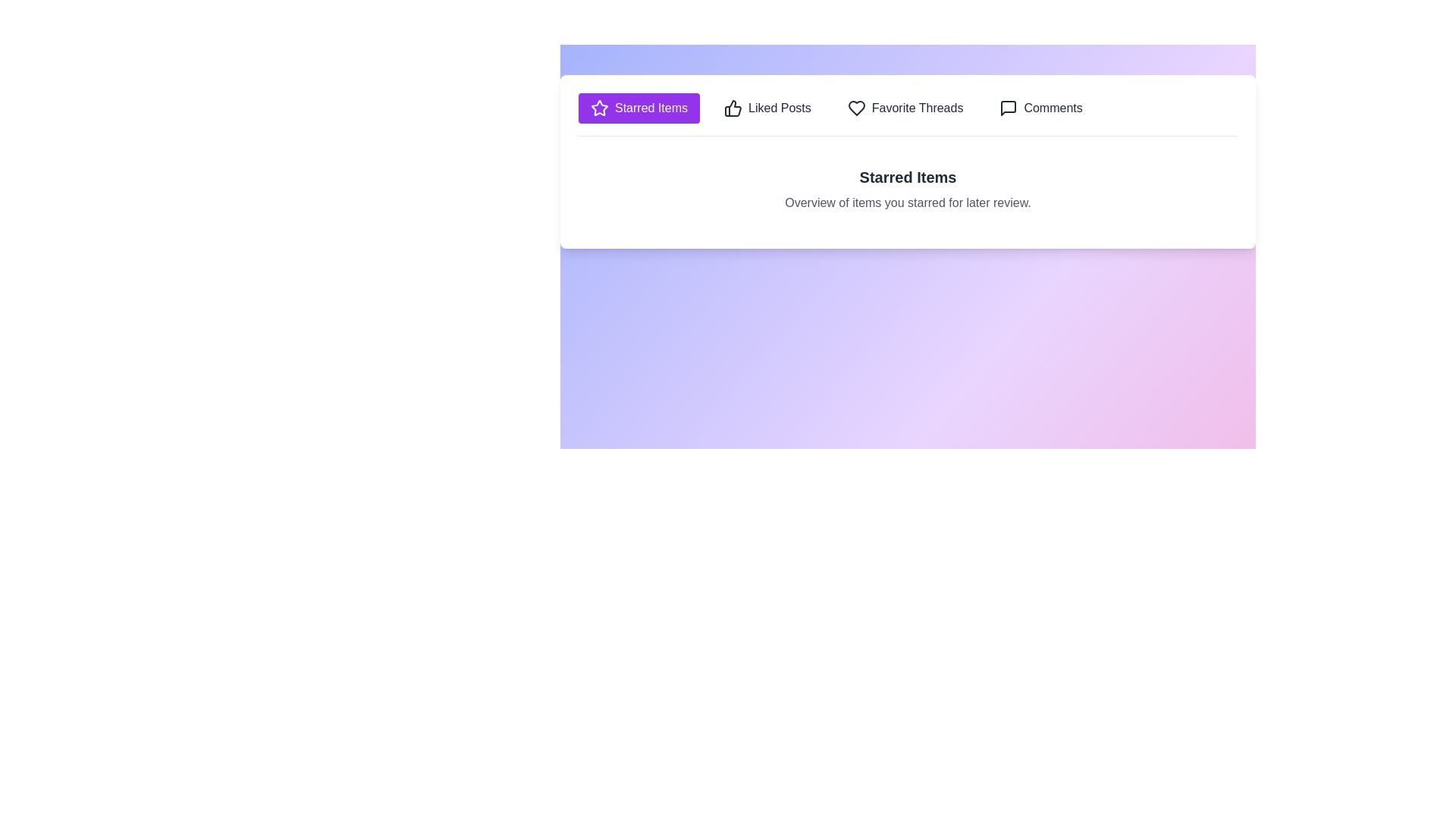 The image size is (1456, 819). Describe the element at coordinates (1040, 107) in the screenshot. I see `the tab labeled Comments` at that location.